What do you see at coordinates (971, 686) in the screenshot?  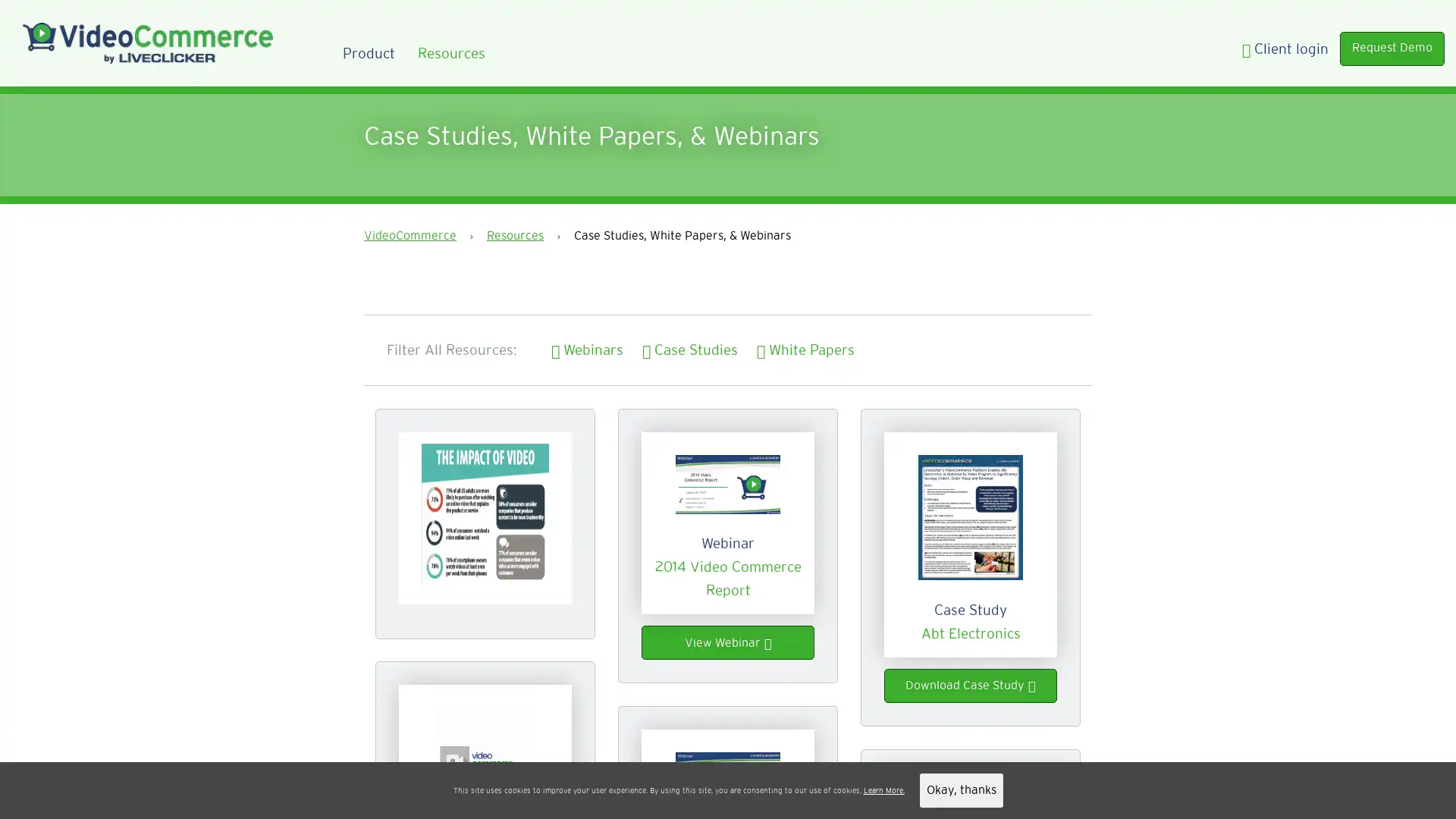 I see `Download Case Study` at bounding box center [971, 686].